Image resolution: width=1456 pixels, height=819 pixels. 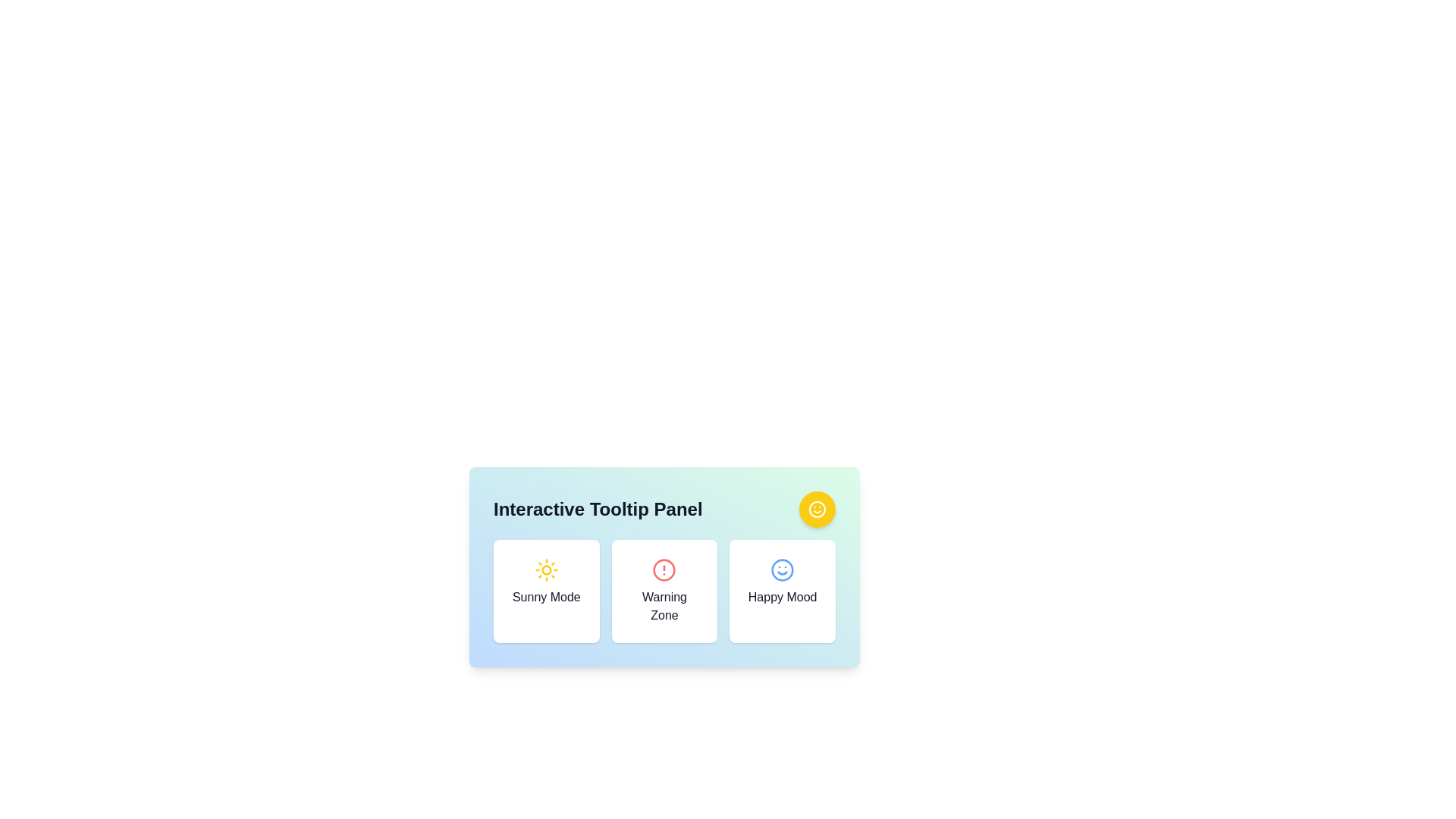 I want to click on the smiling face icon within the bright yellow circular button located in the top-right corner of the 'Interactive Tooltip Panel', so click(x=817, y=509).